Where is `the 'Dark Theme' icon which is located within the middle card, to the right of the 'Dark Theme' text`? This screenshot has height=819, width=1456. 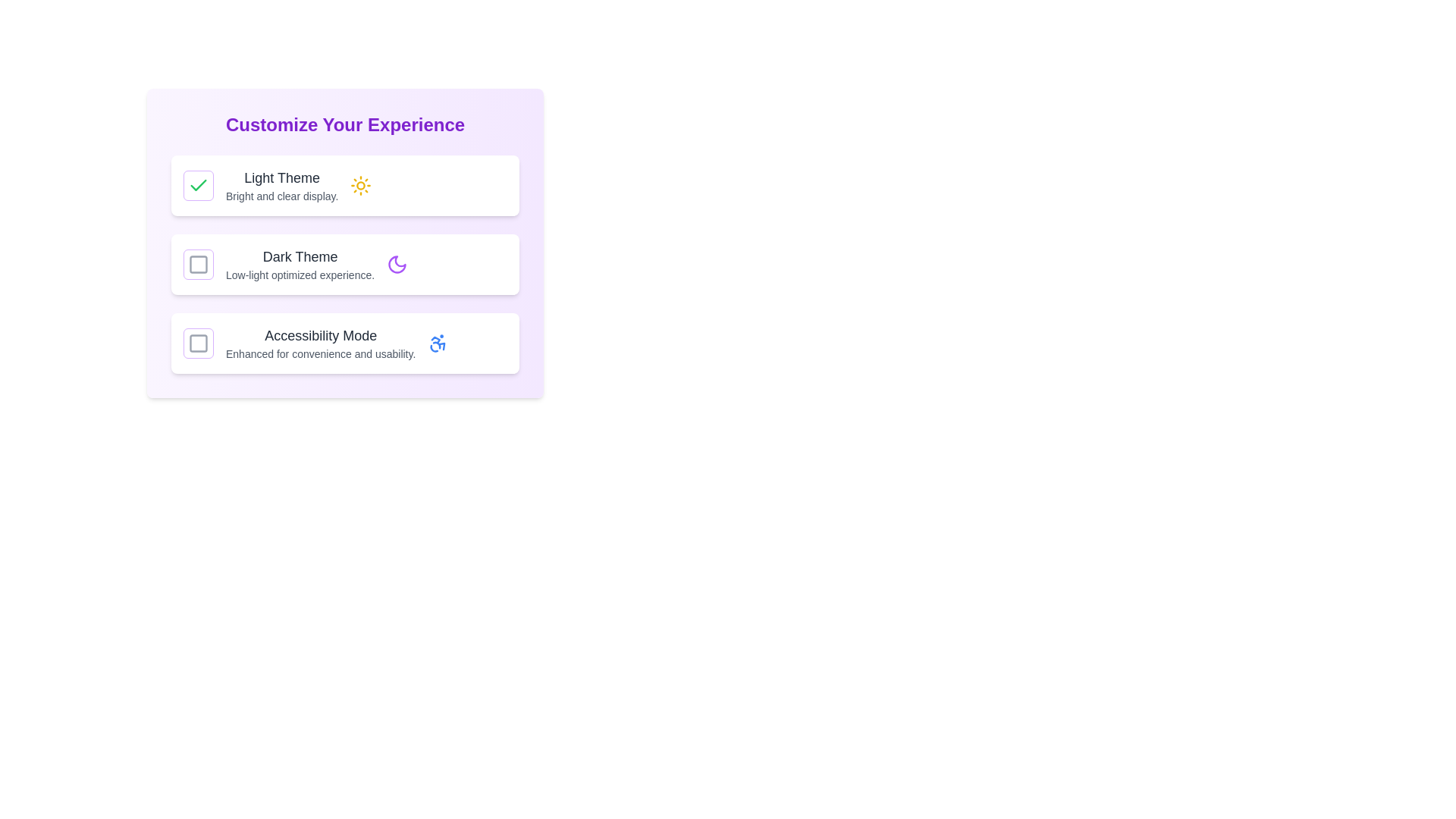
the 'Dark Theme' icon which is located within the middle card, to the right of the 'Dark Theme' text is located at coordinates (397, 263).